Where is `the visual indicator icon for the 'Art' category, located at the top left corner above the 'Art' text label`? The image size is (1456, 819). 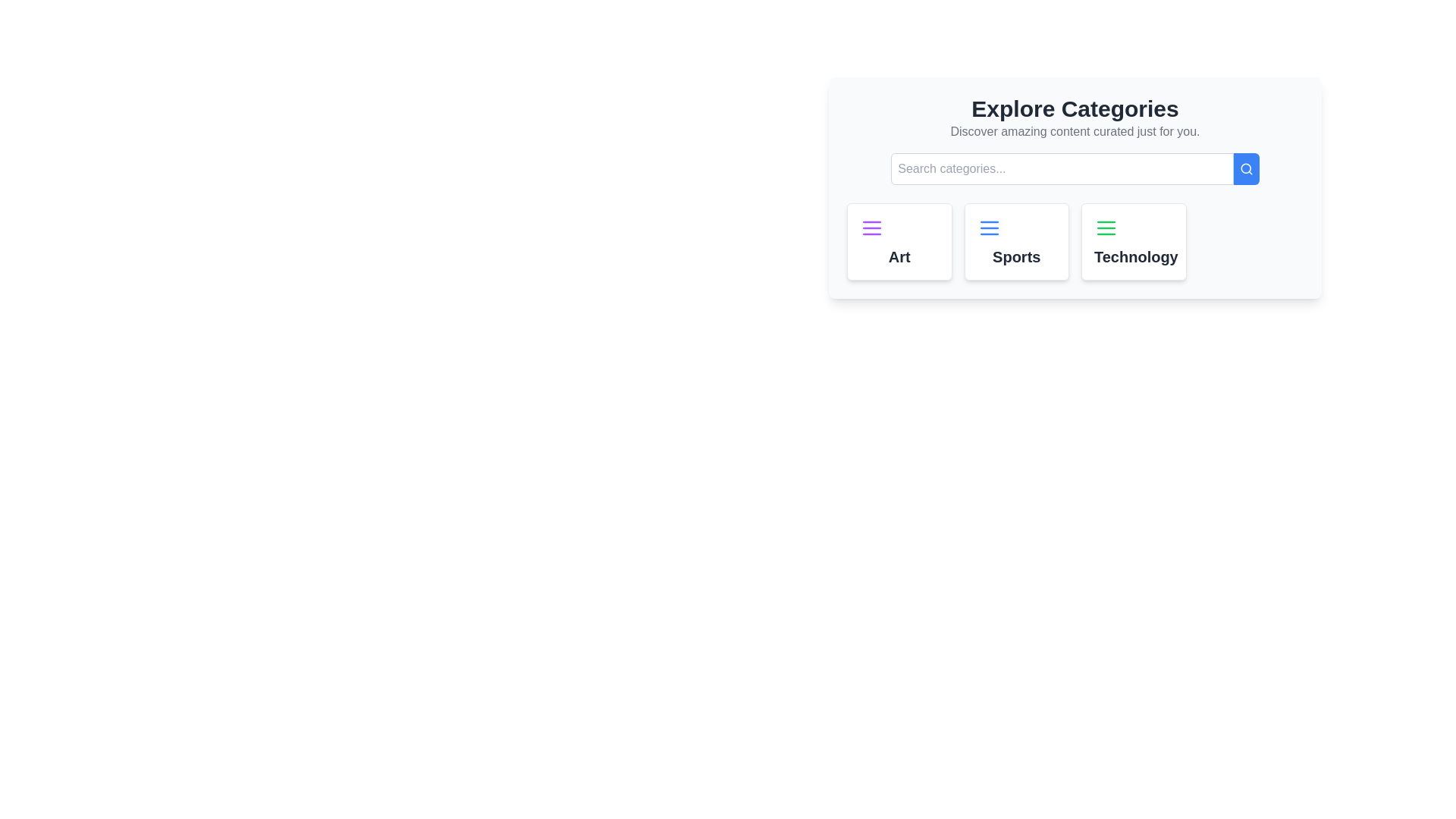 the visual indicator icon for the 'Art' category, located at the top left corner above the 'Art' text label is located at coordinates (872, 227).